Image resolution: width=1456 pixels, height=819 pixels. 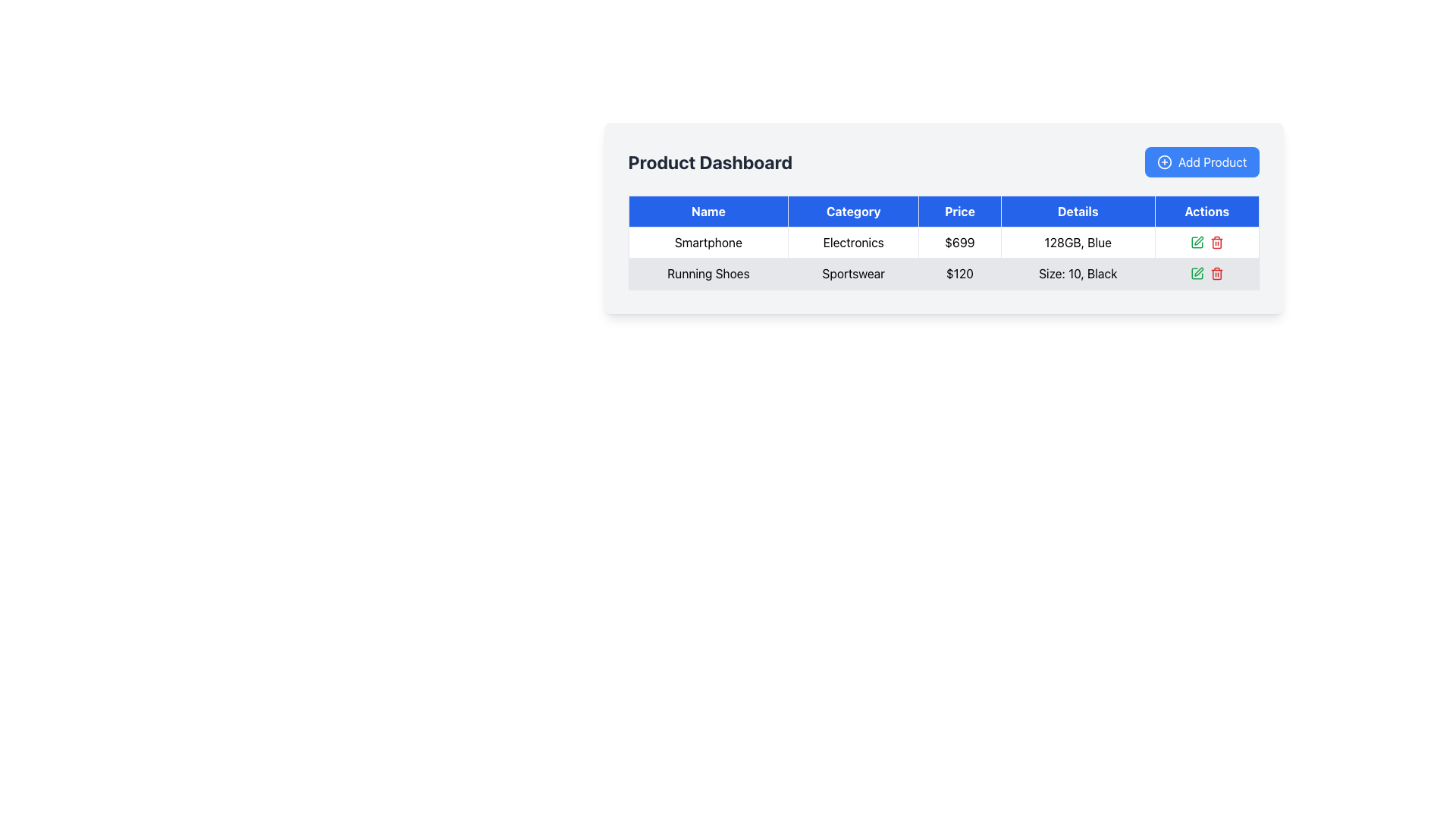 I want to click on the blue rectangular header cell in the first column of the table that contains the text 'Name', so click(x=708, y=211).